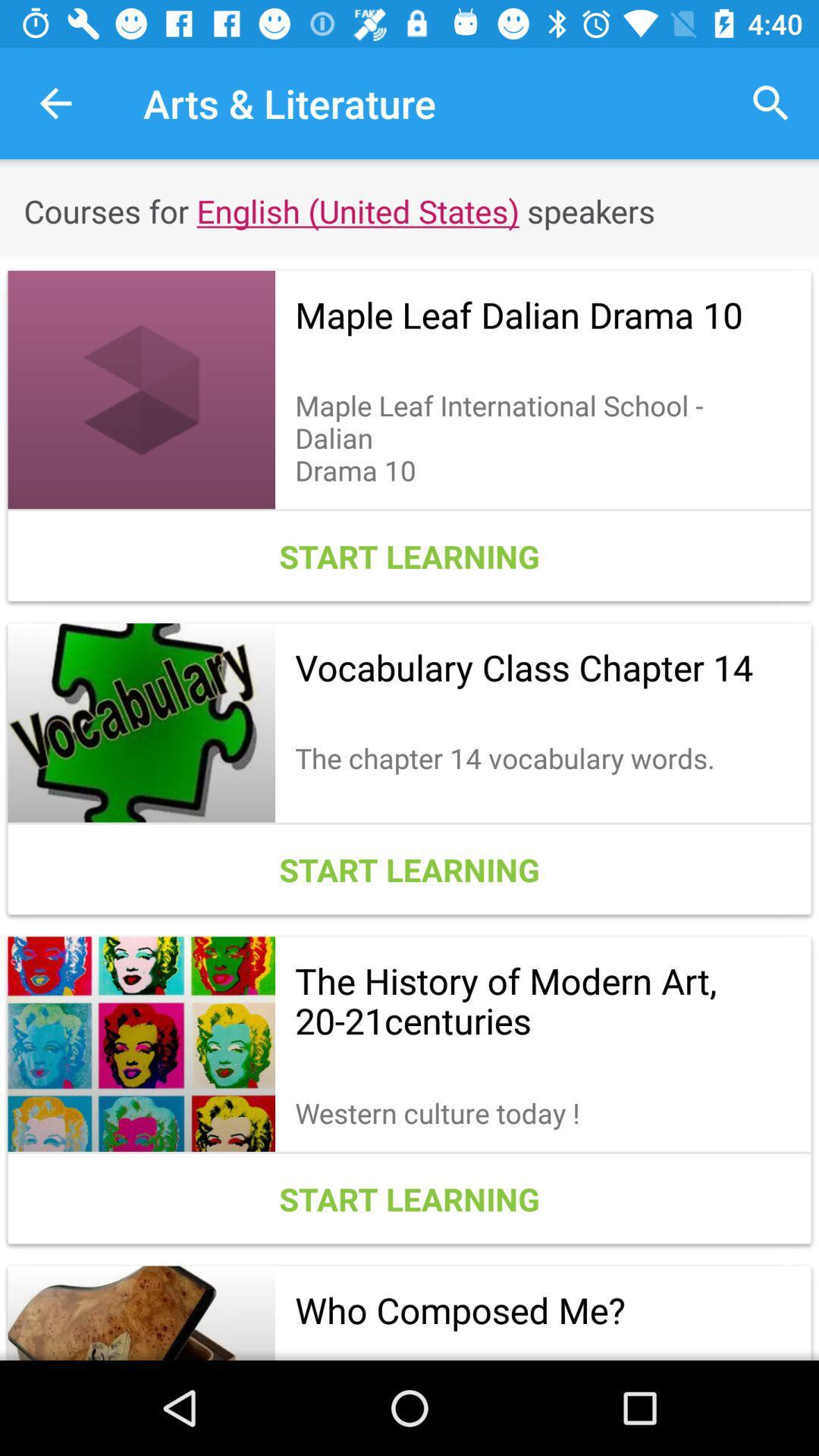 The image size is (819, 1456). Describe the element at coordinates (771, 102) in the screenshot. I see `the item at the top right corner` at that location.